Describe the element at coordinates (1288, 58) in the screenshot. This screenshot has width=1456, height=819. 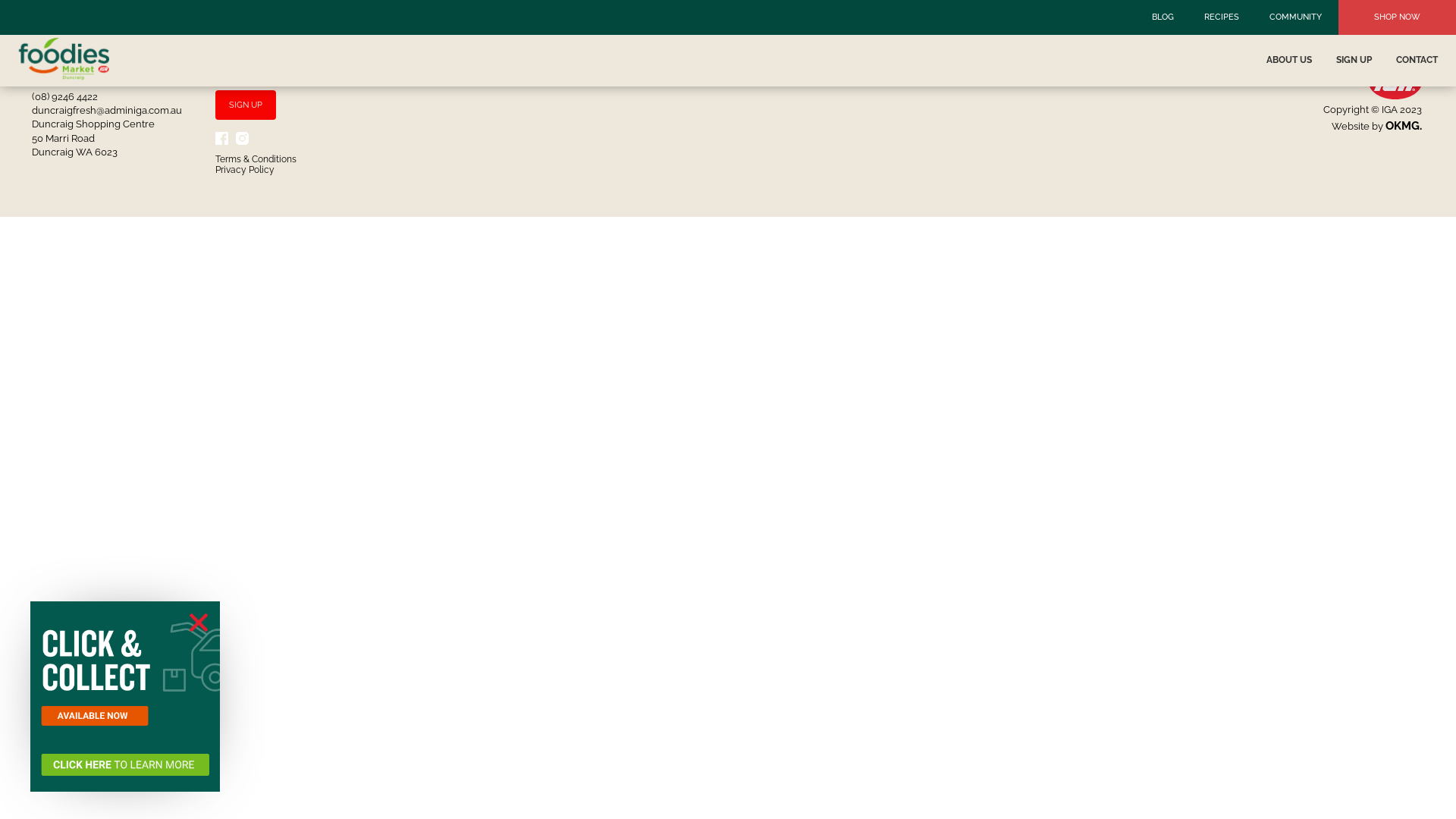
I see `'ABOUT US'` at that location.